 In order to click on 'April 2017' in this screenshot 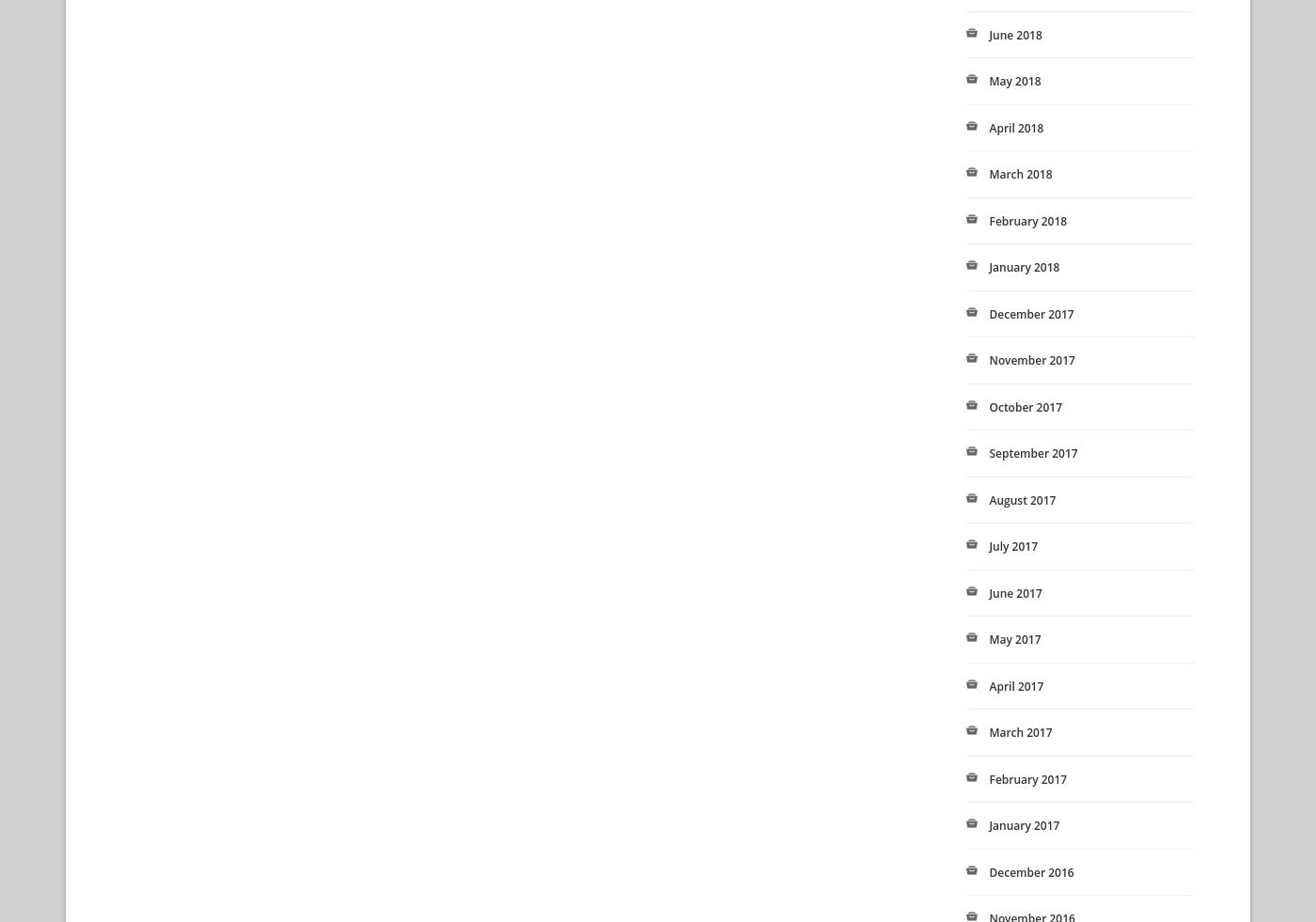, I will do `click(1015, 685)`.